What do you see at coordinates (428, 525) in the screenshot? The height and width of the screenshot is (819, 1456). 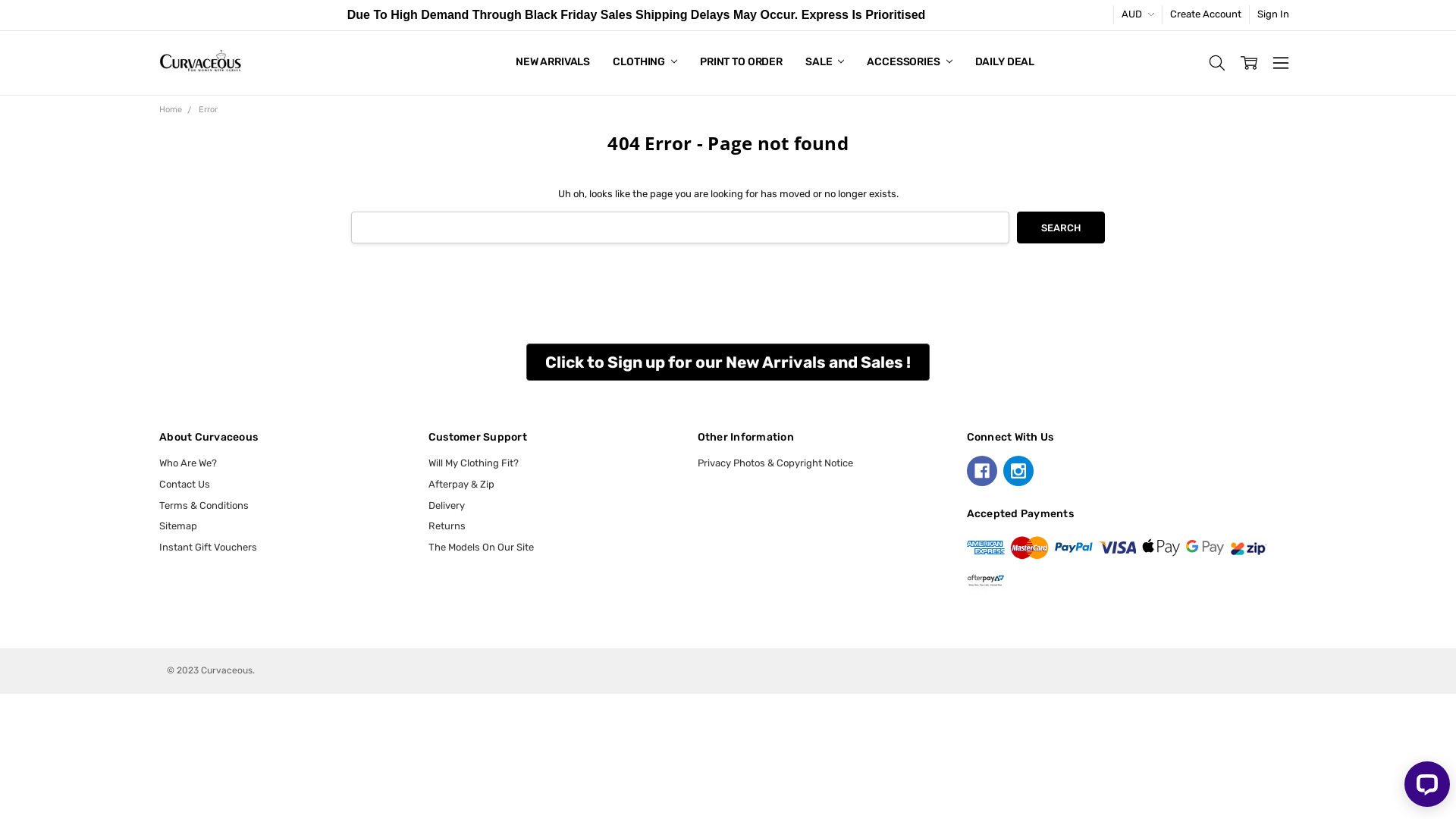 I see `'Returns'` at bounding box center [428, 525].